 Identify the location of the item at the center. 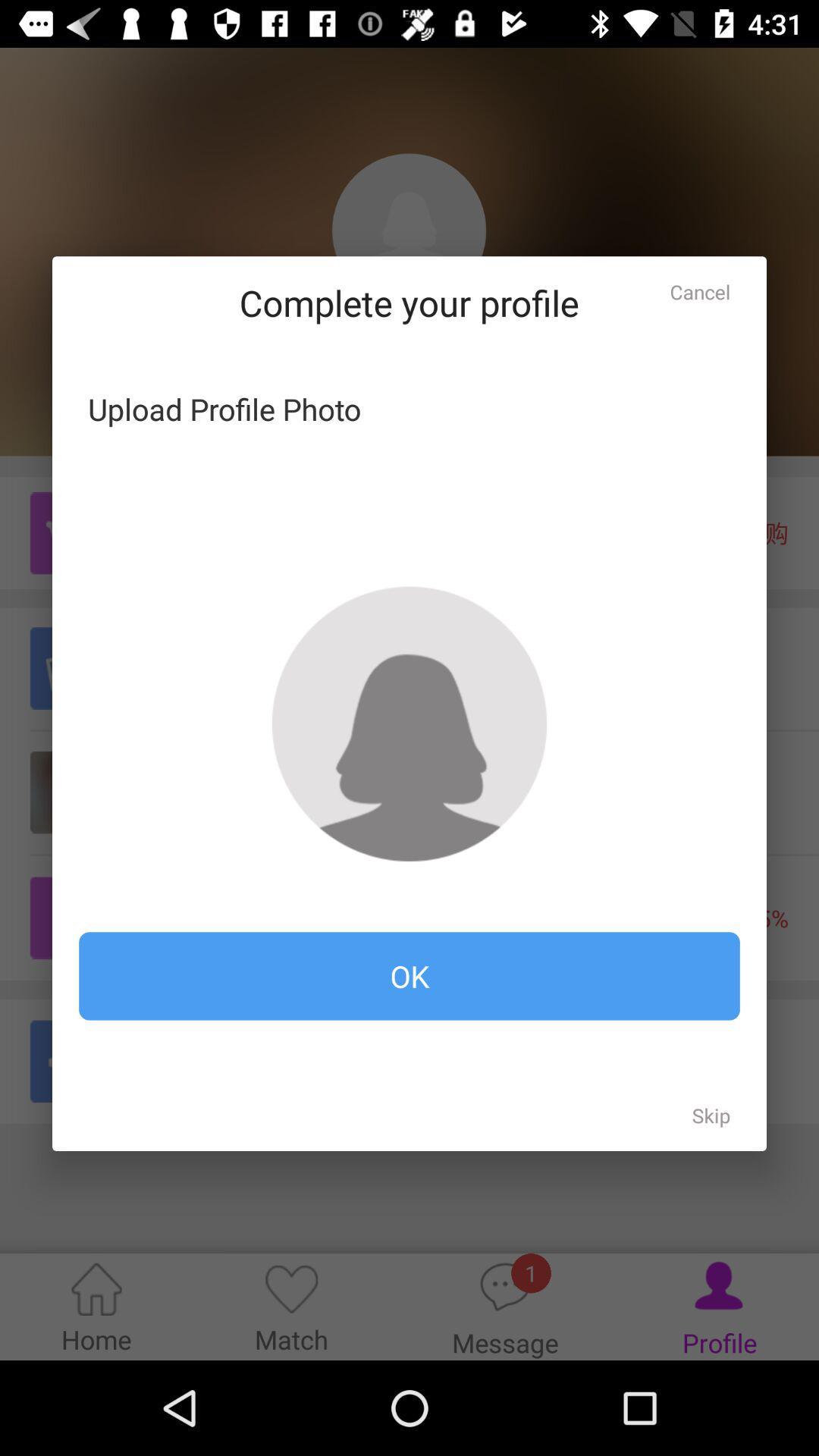
(409, 723).